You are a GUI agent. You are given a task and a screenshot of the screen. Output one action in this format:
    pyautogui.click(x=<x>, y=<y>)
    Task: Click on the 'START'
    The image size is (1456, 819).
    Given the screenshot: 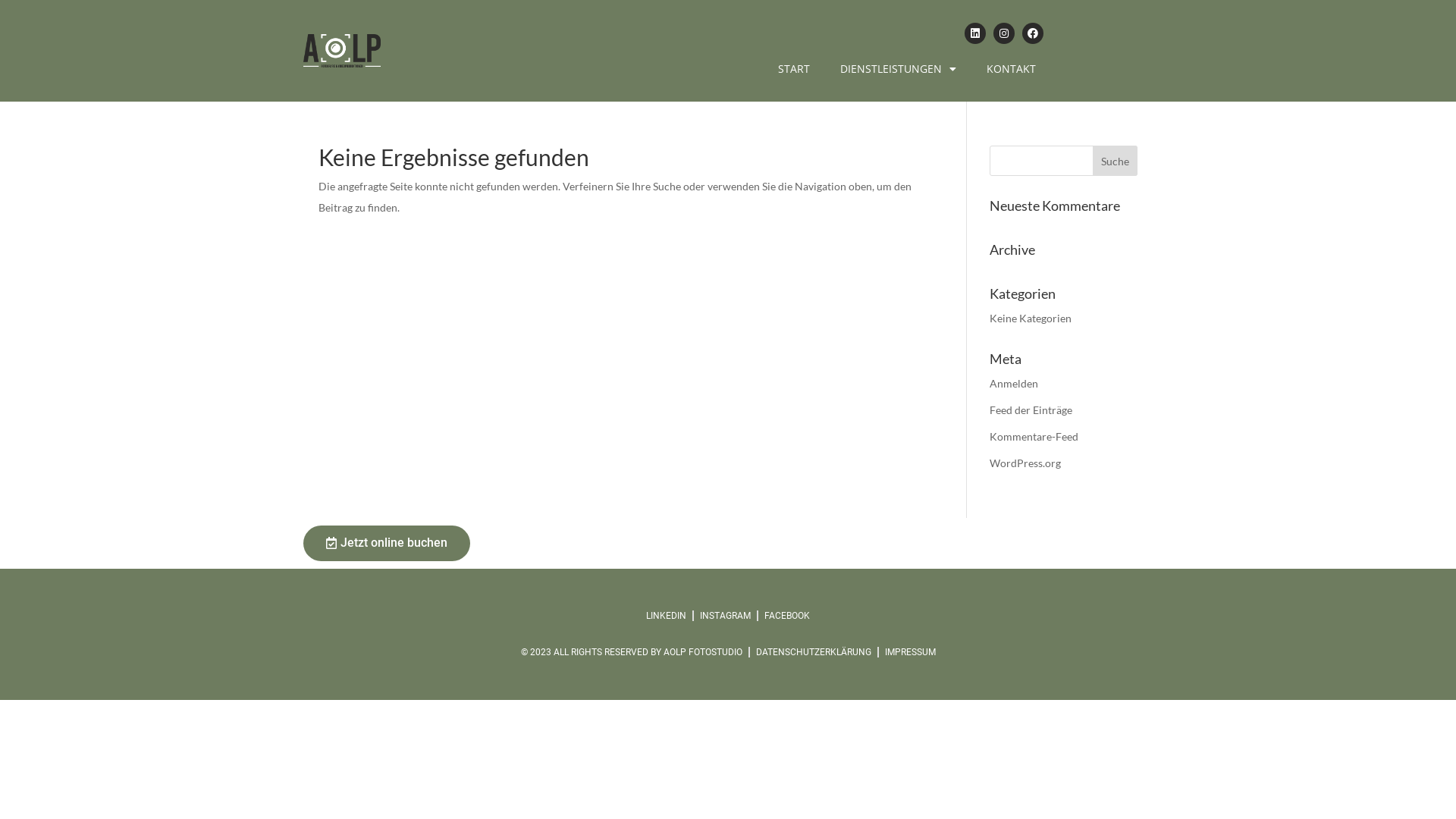 What is the action you would take?
    pyautogui.click(x=792, y=69)
    